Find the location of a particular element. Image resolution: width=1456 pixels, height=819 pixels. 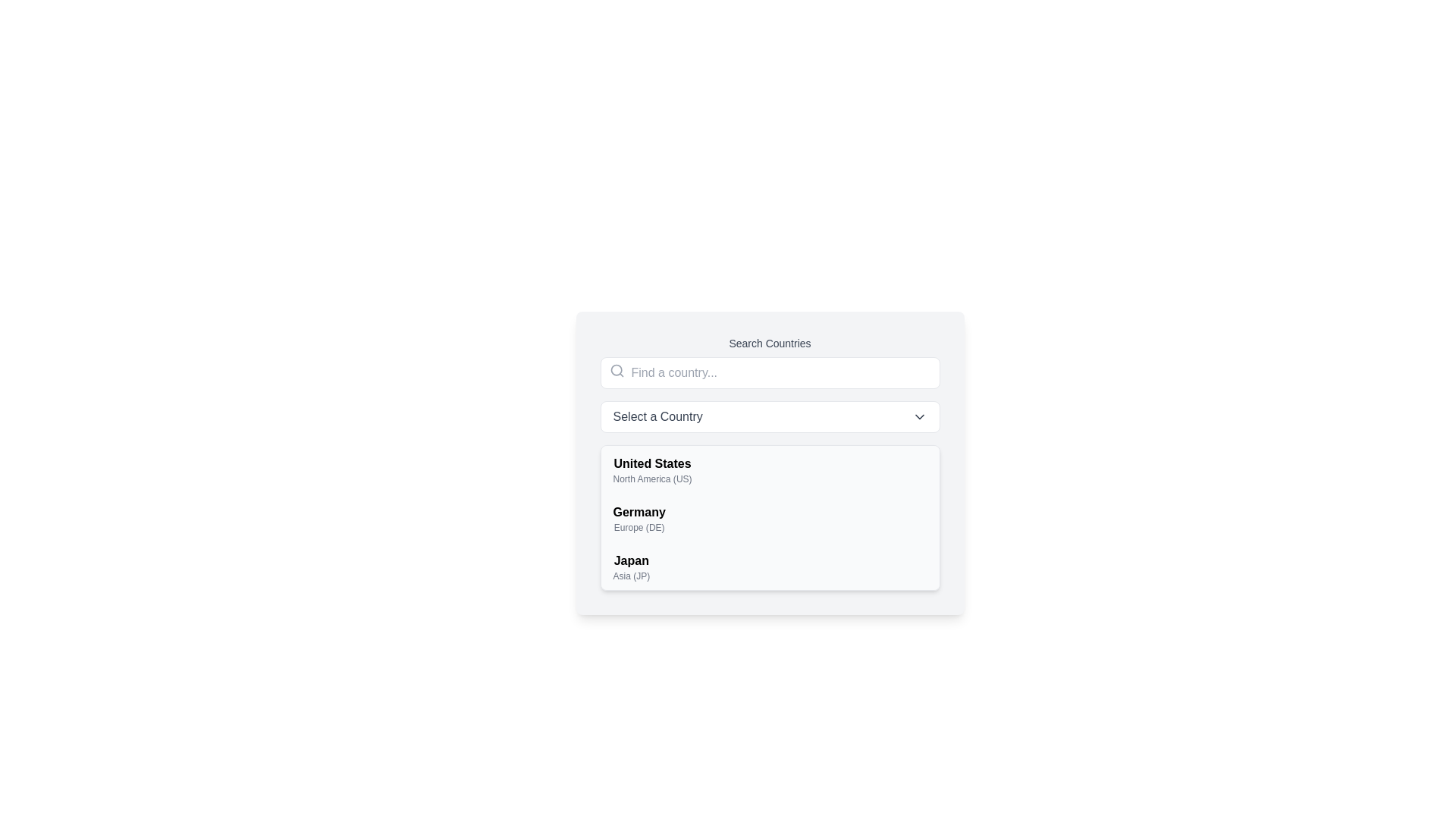

the selectable list item representing Germany, which is the second item in the list located below 'United States' and above 'Japan' is located at coordinates (770, 517).